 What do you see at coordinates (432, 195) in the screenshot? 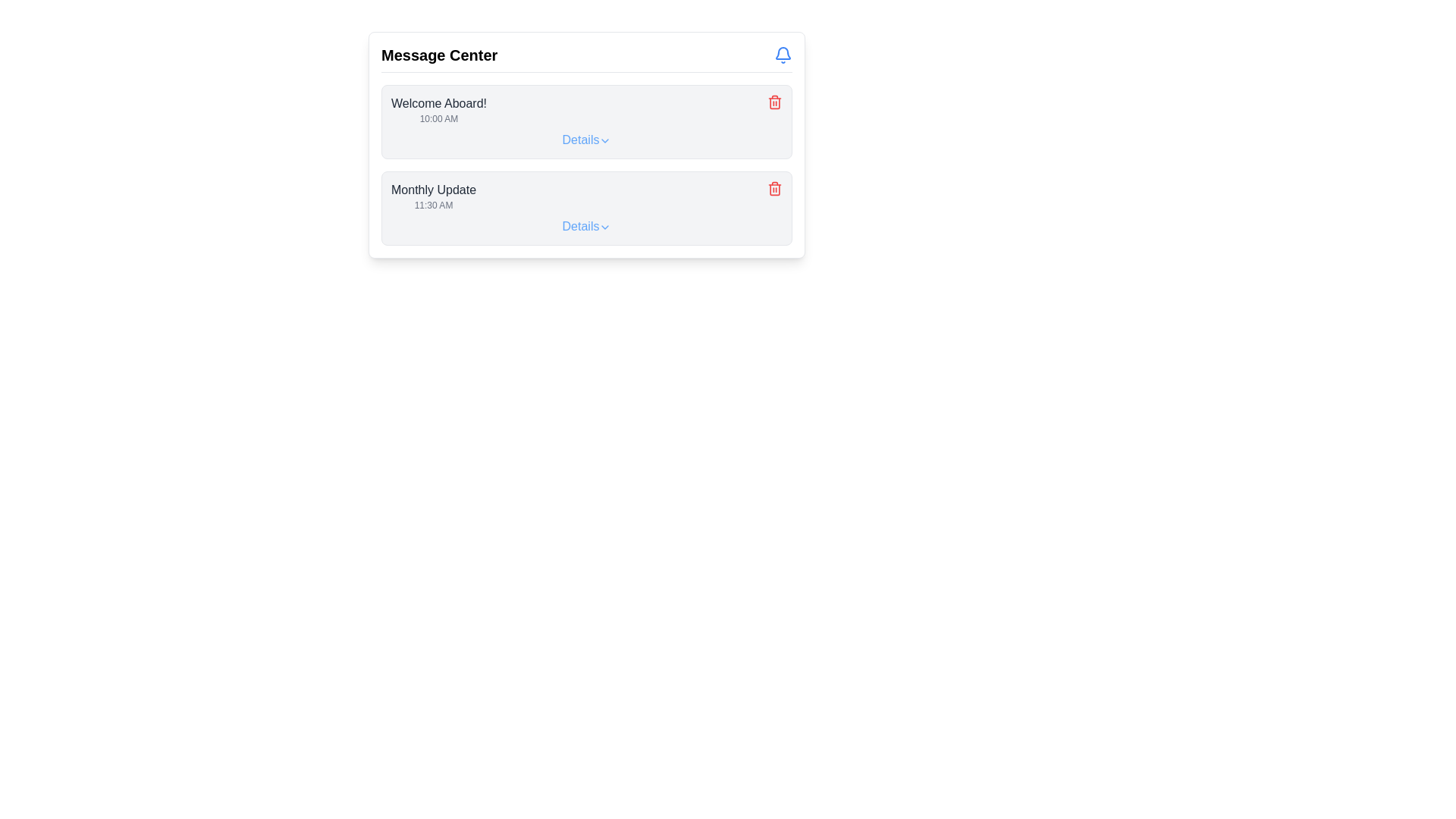
I see `the Text Label displaying 'Monthly Update' and '11:30 AM', which is the second card in the vertical list under 'Message Center'` at bounding box center [432, 195].